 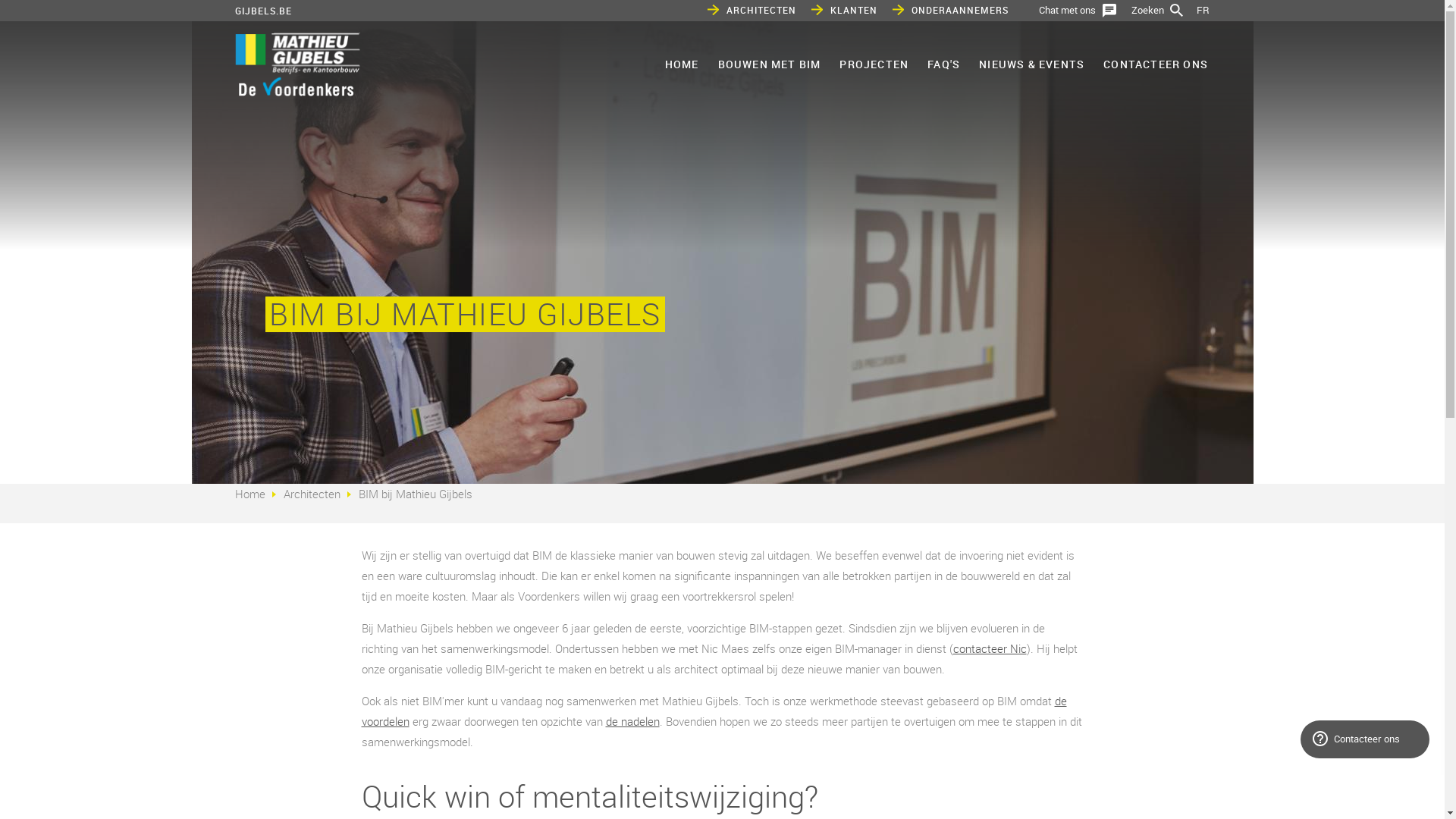 What do you see at coordinates (1031, 63) in the screenshot?
I see `'NIEUWS & EVENTS'` at bounding box center [1031, 63].